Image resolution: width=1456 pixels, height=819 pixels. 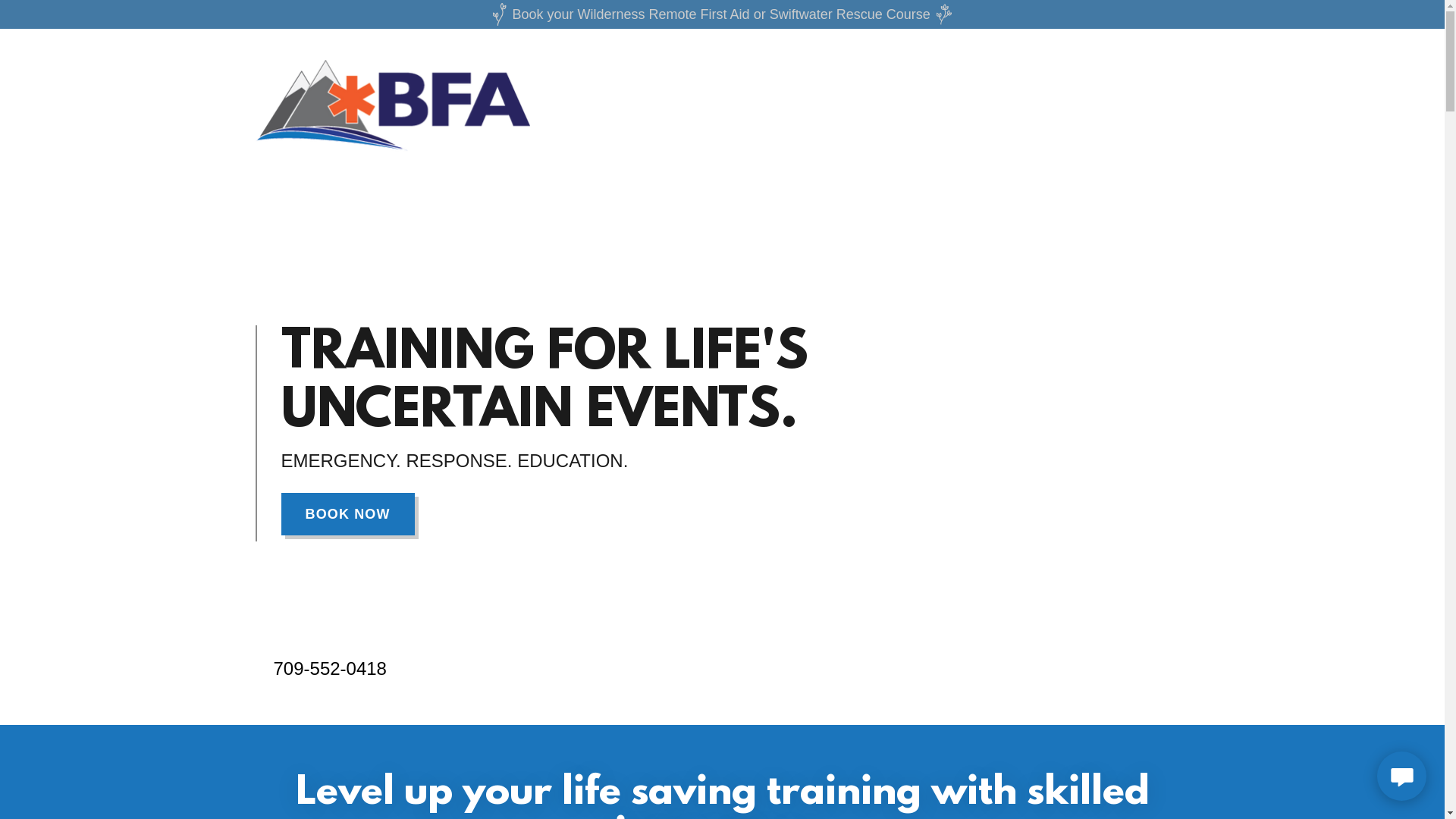 What do you see at coordinates (346, 513) in the screenshot?
I see `'BOOK NOW'` at bounding box center [346, 513].